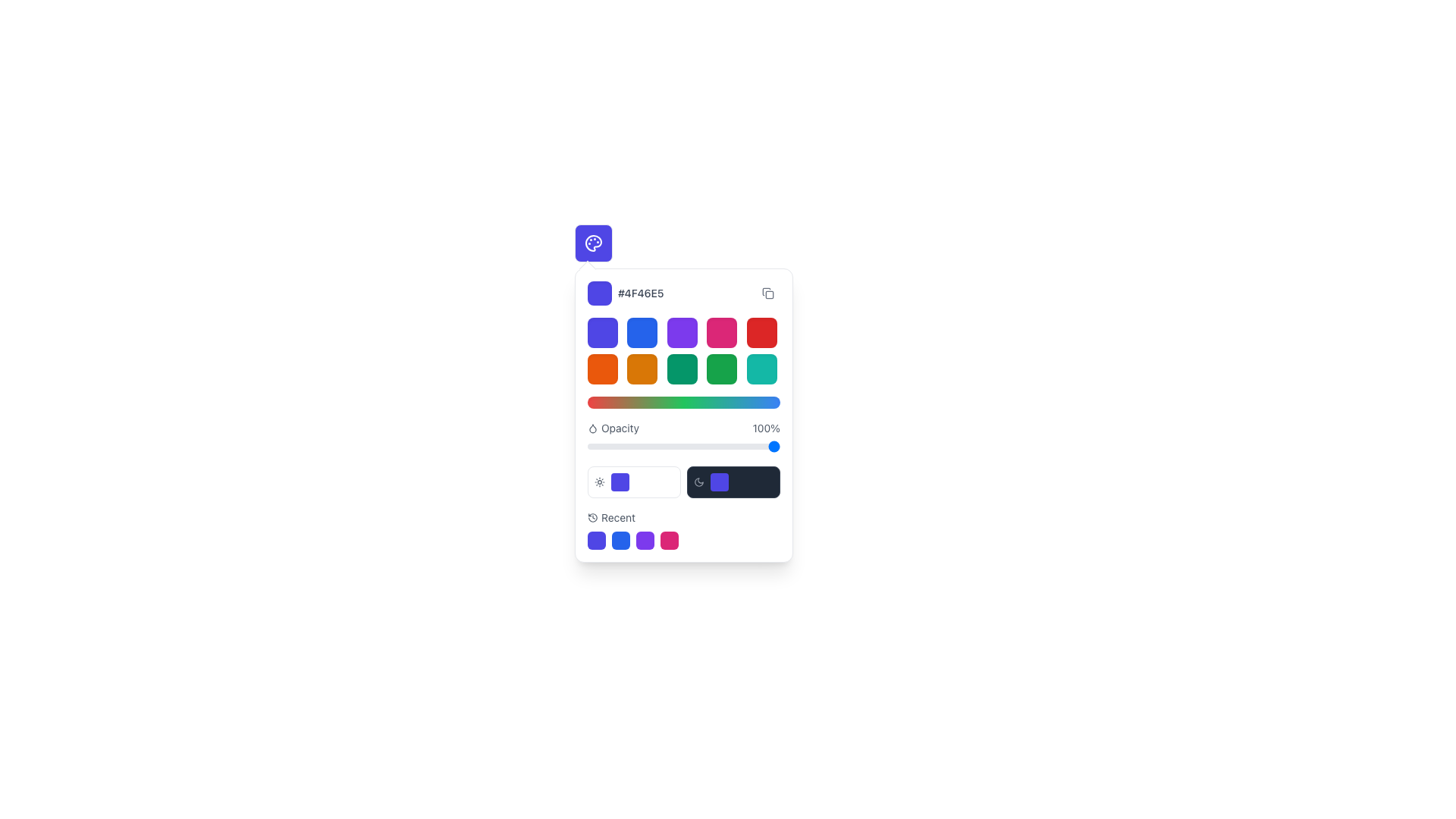 The height and width of the screenshot is (819, 1456). I want to click on opacity, so click(670, 446).